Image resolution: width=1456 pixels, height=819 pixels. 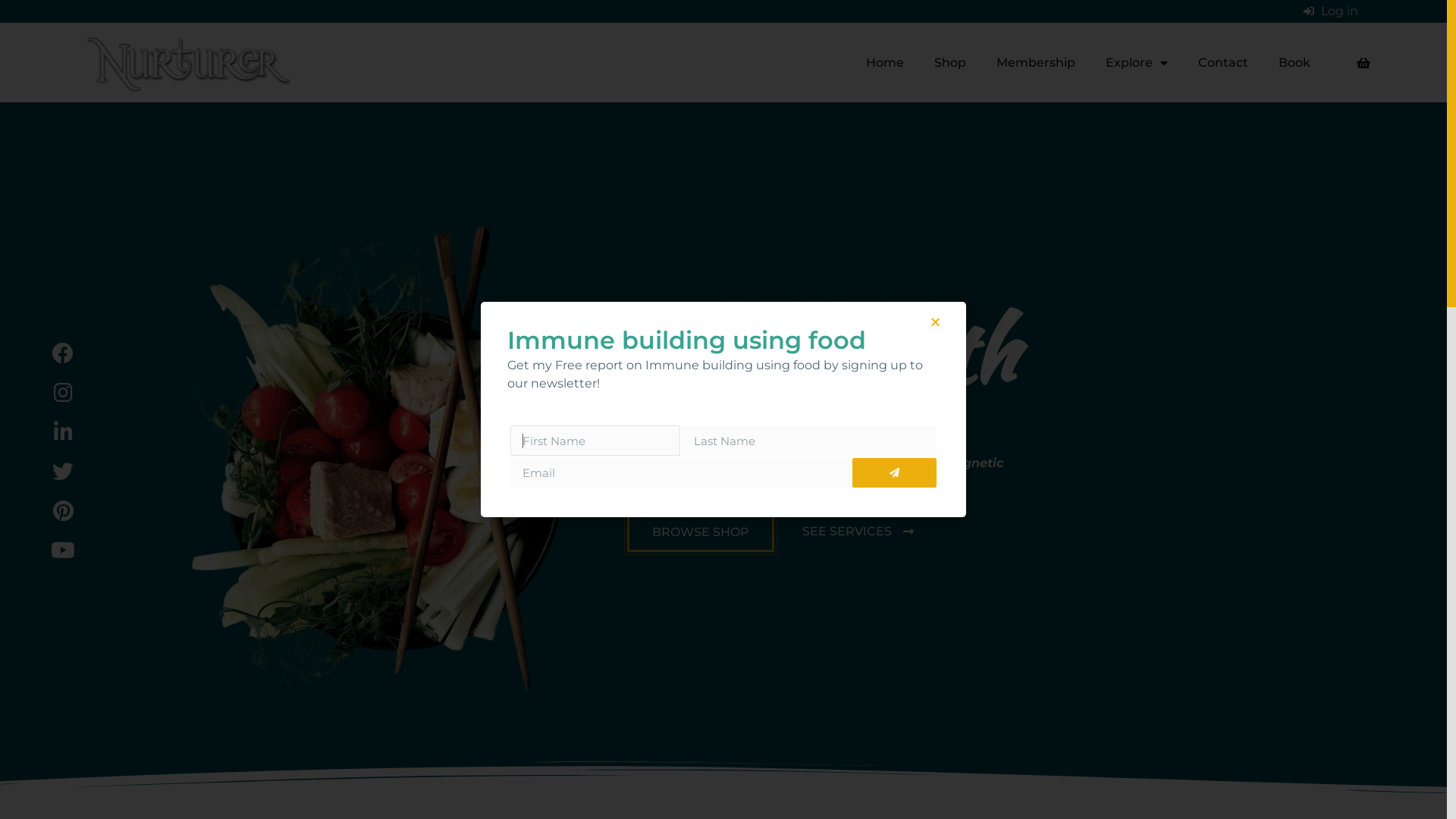 I want to click on 'Book', so click(x=1263, y=62).